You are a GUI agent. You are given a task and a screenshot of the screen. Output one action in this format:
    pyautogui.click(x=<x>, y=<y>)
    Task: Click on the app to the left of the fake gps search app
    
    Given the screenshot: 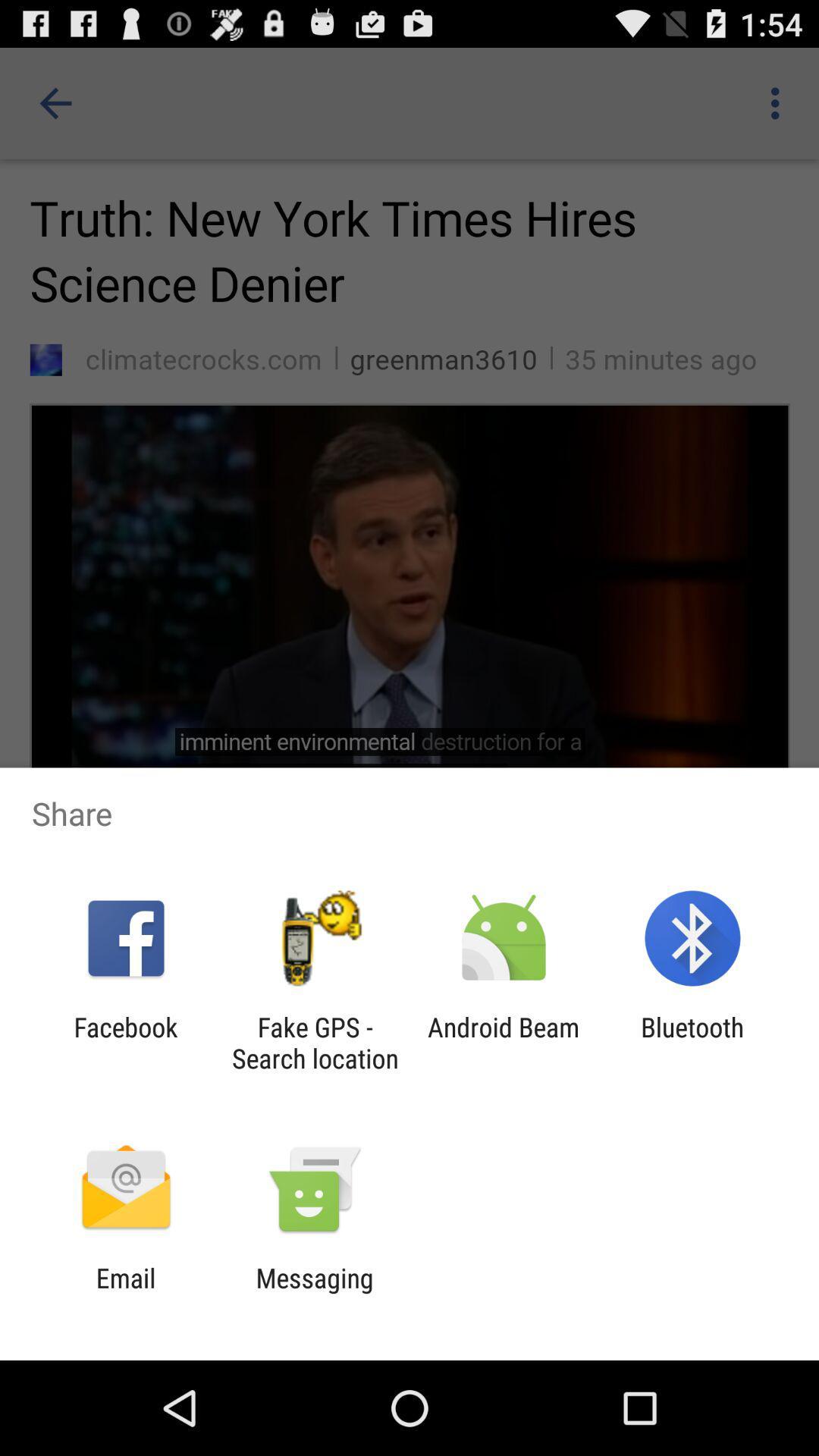 What is the action you would take?
    pyautogui.click(x=125, y=1042)
    